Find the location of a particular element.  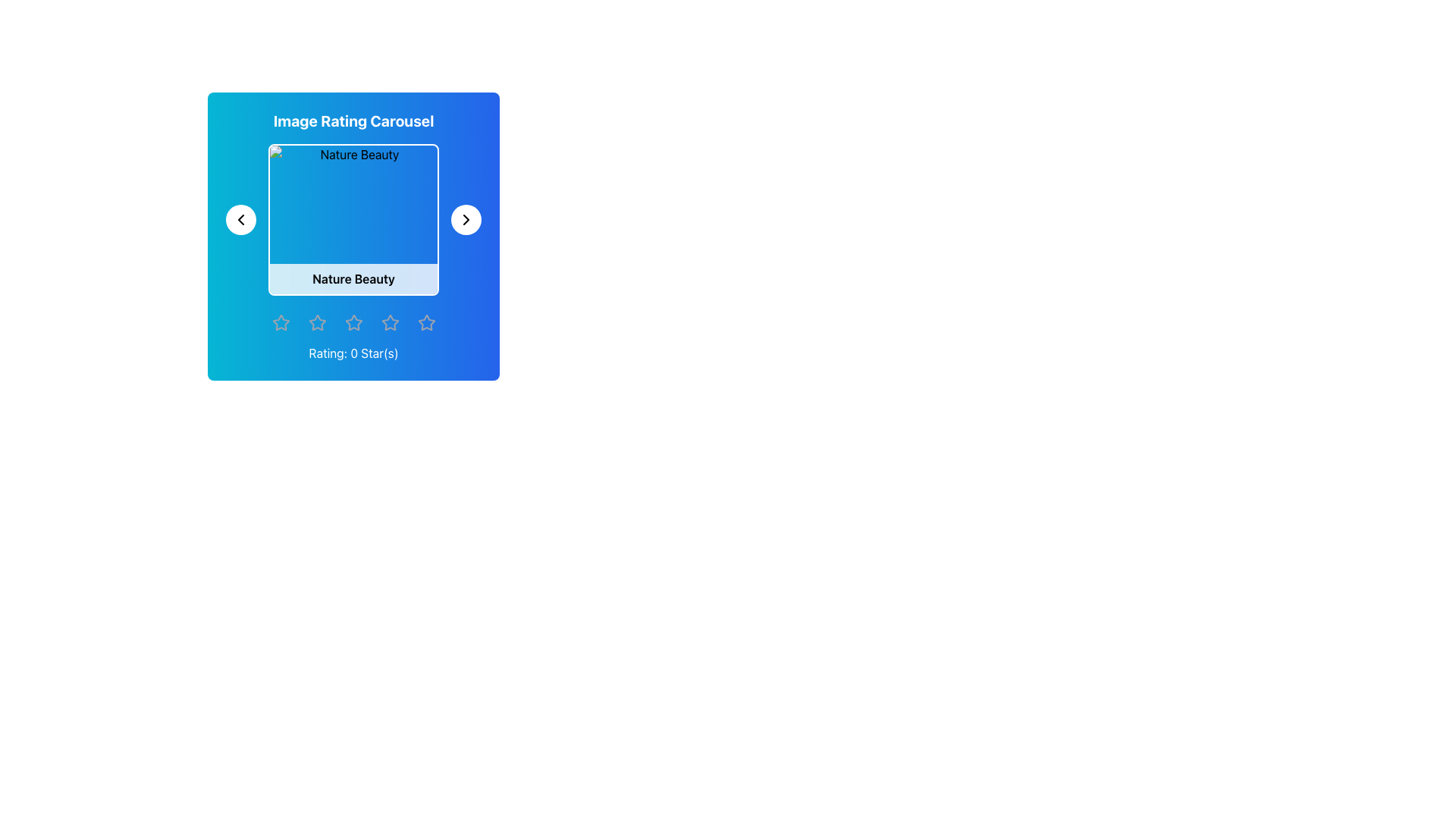

the small right-facing chevron icon located to the right of the 'Nature Beauty' image display box is located at coordinates (465, 219).